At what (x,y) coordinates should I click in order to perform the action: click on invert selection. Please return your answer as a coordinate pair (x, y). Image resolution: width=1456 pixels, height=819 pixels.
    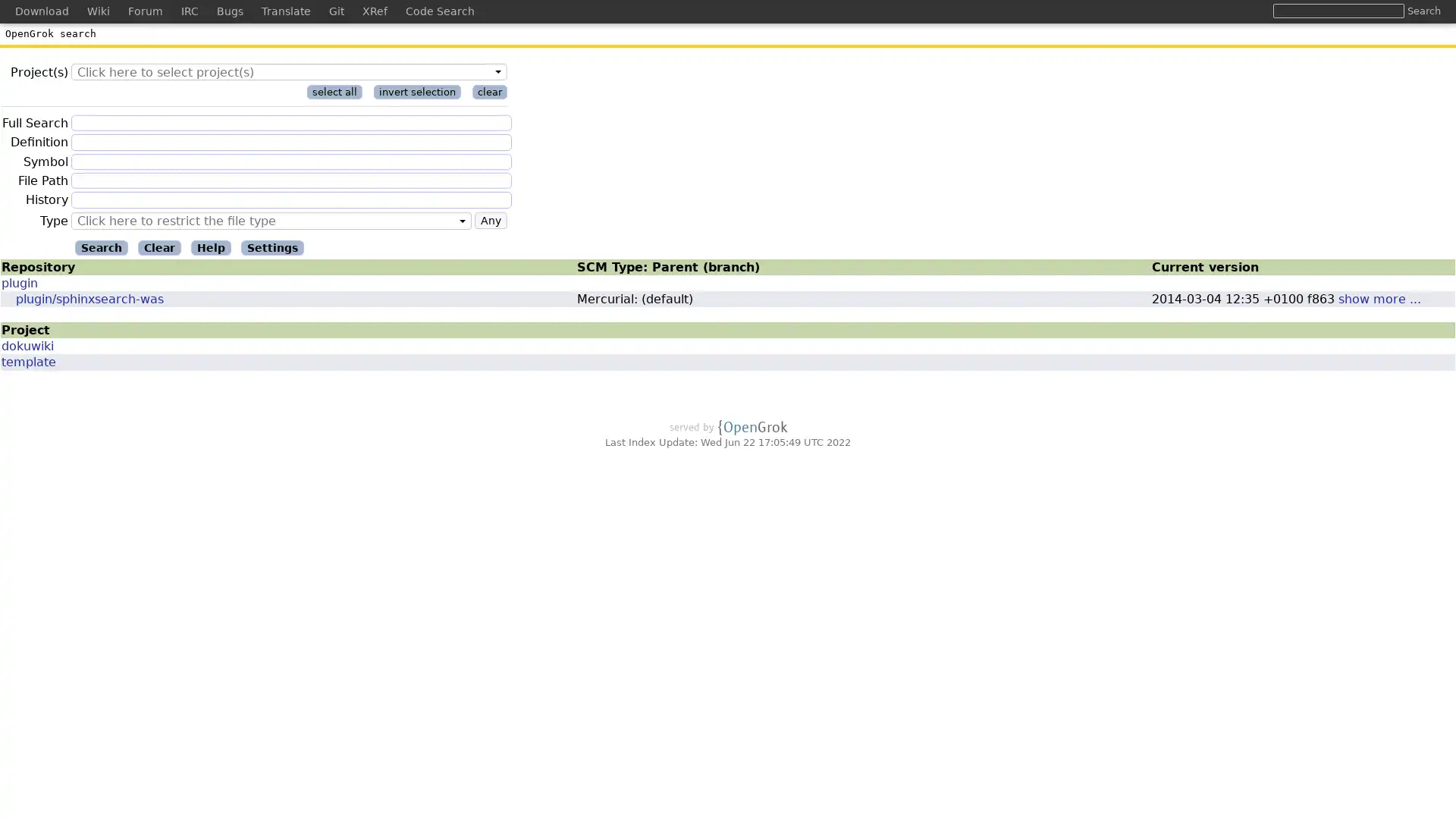
    Looking at the image, I should click on (417, 92).